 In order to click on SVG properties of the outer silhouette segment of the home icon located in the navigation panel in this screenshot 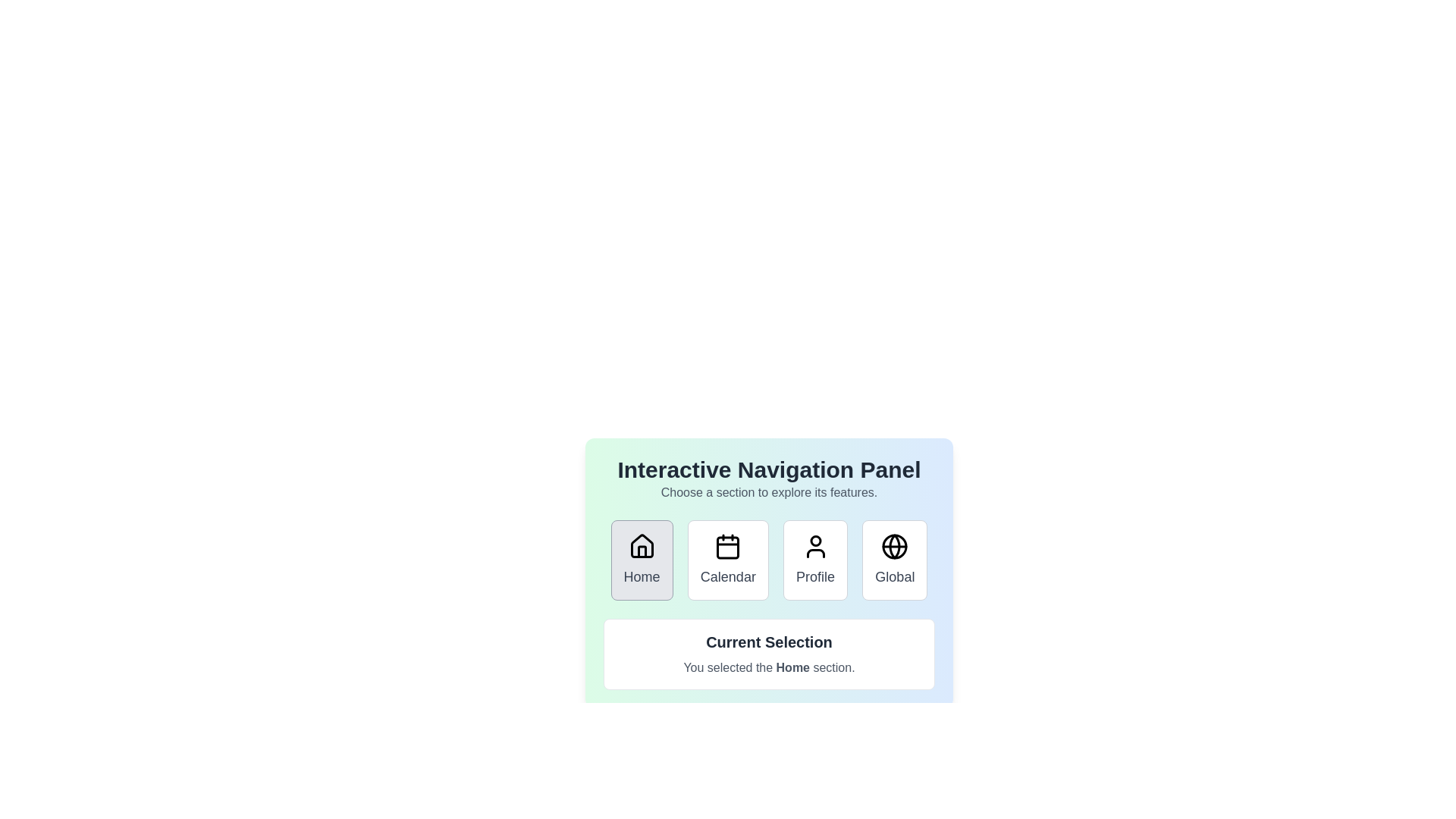, I will do `click(642, 546)`.